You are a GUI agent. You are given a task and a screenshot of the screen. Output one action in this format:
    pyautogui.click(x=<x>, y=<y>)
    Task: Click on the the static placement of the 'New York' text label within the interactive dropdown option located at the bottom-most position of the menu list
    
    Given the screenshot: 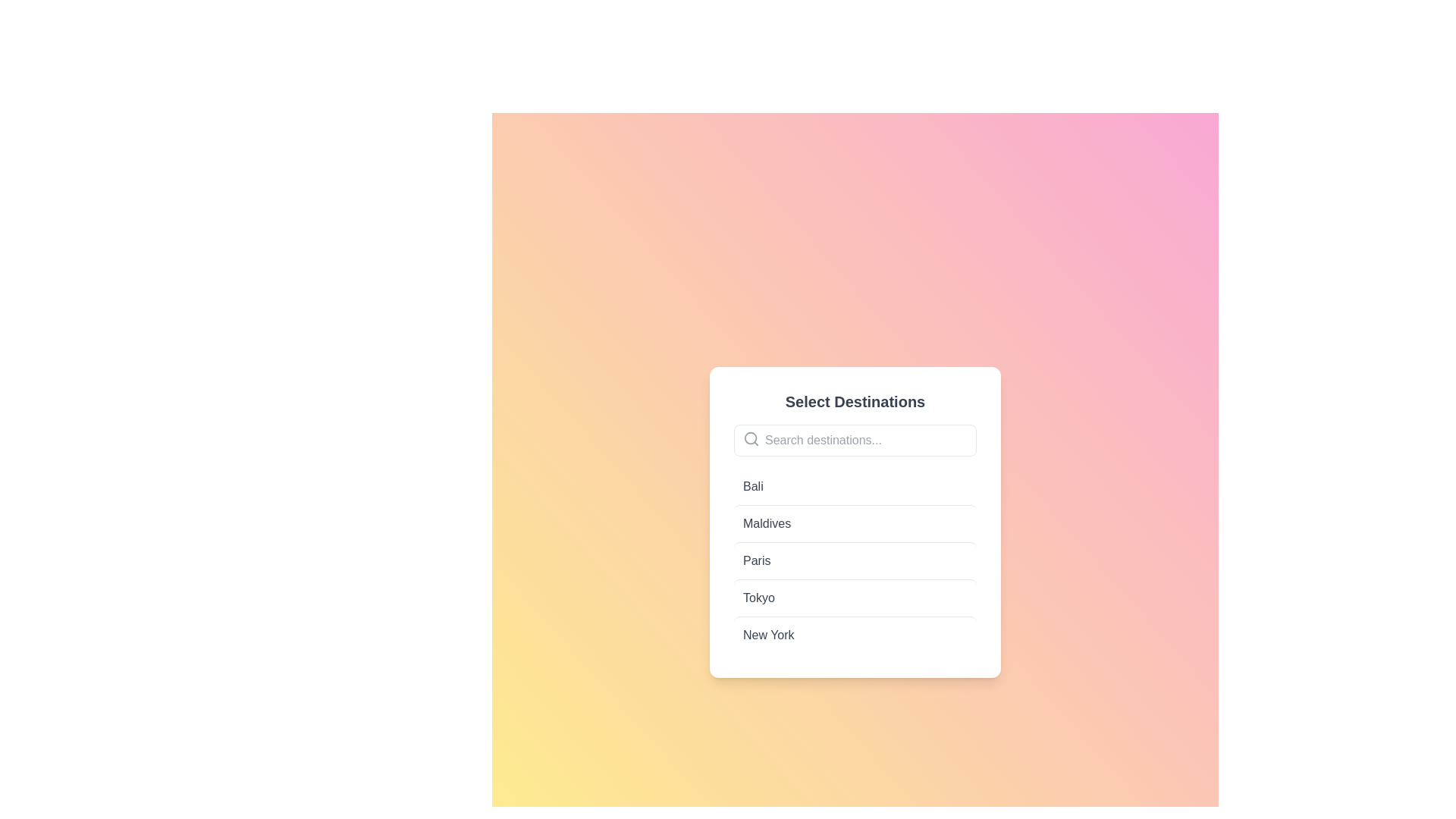 What is the action you would take?
    pyautogui.click(x=768, y=635)
    